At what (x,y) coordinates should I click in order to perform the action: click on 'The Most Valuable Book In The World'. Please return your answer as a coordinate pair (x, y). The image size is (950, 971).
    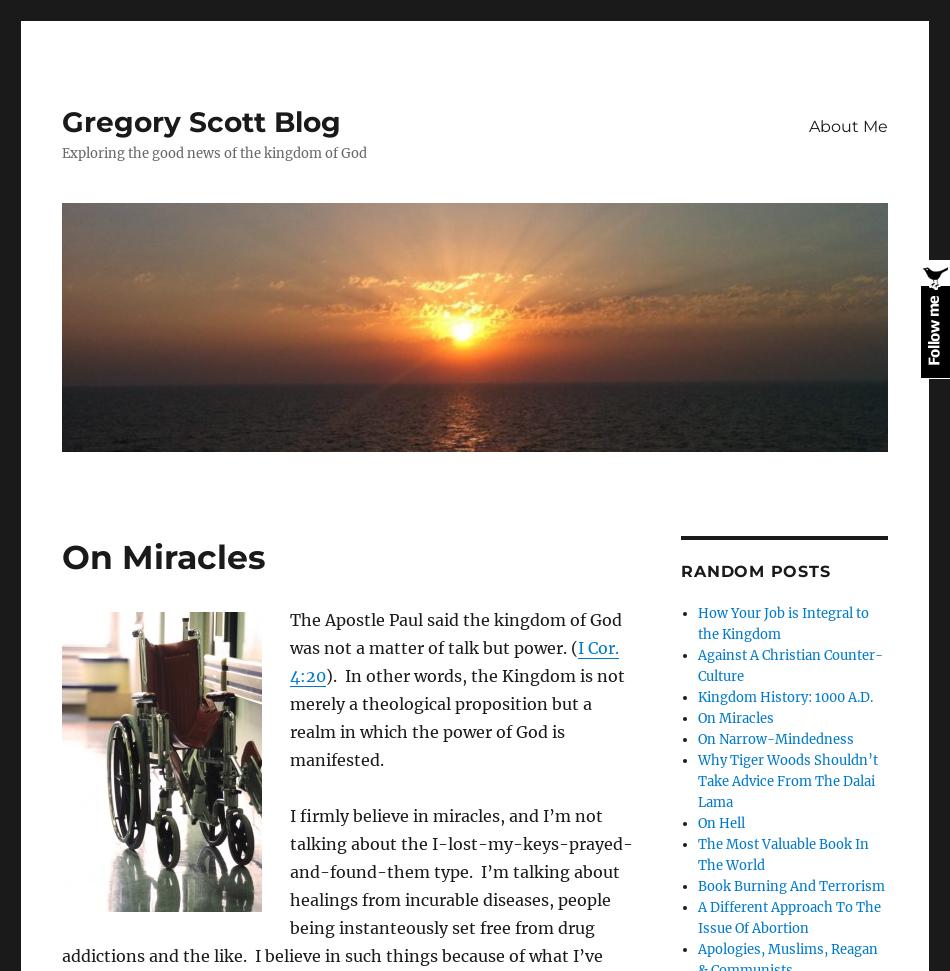
    Looking at the image, I should click on (781, 853).